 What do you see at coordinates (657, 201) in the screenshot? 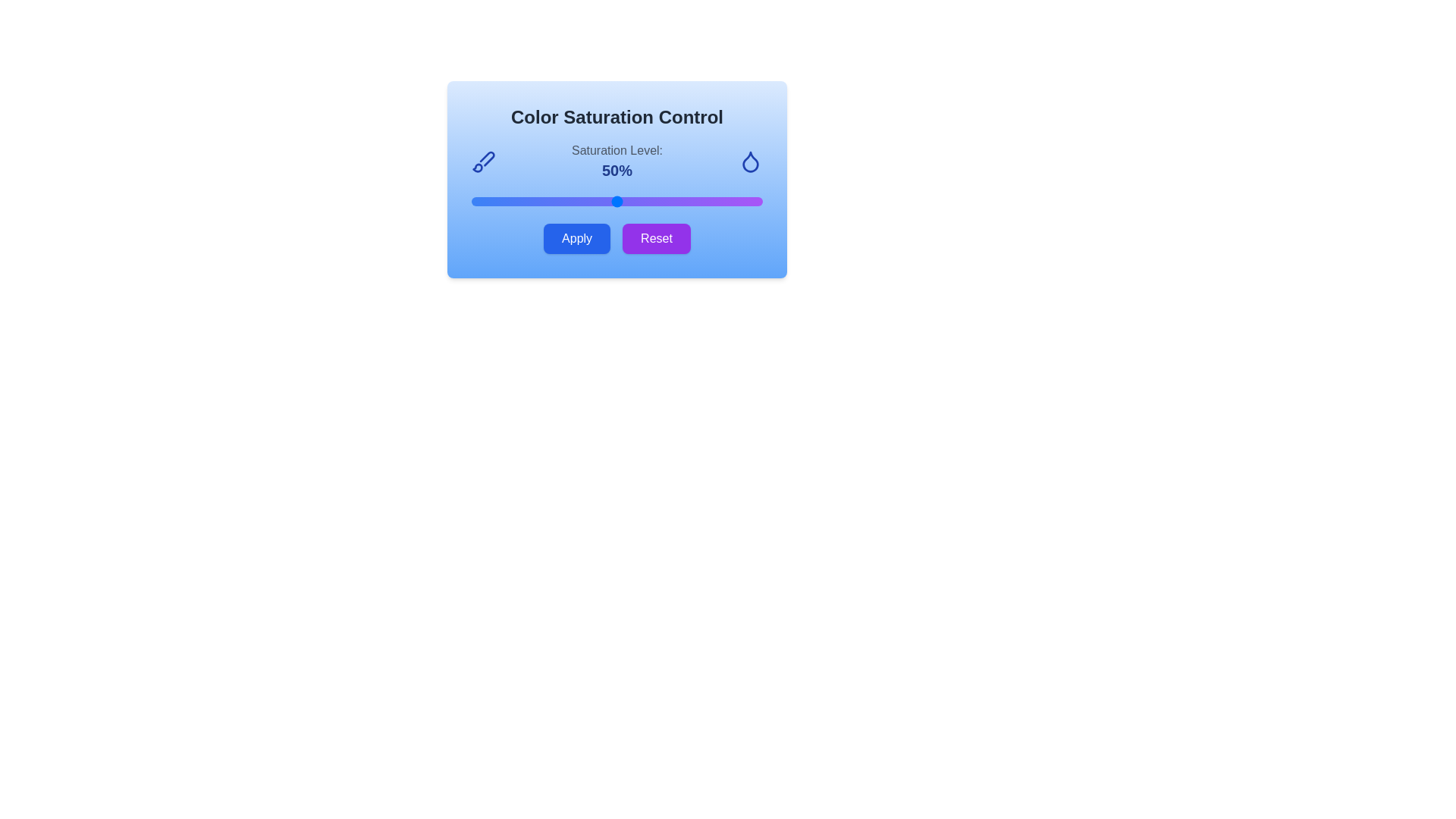
I see `the color saturation to 64% by adjusting the slider` at bounding box center [657, 201].